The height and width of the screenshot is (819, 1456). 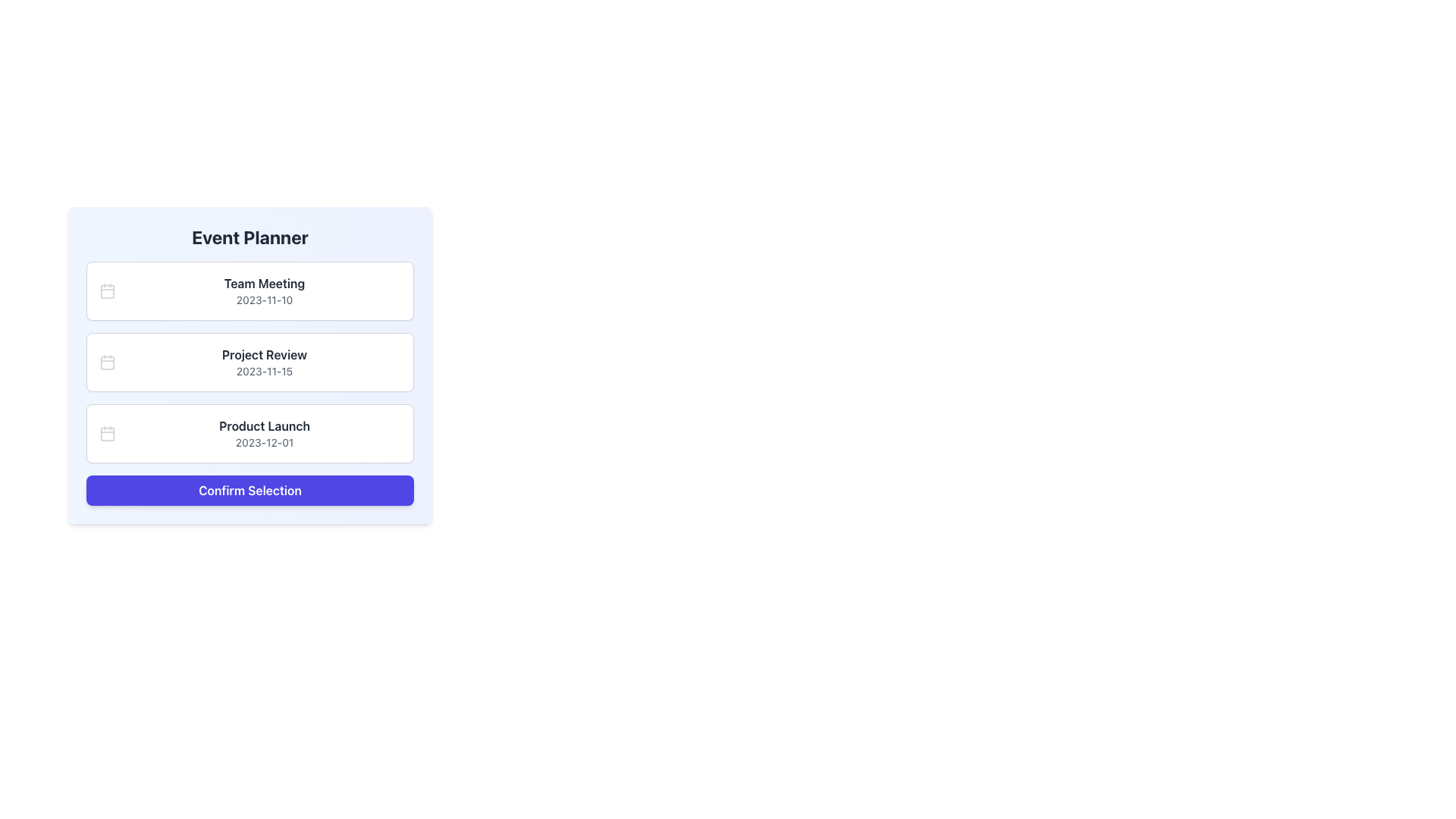 I want to click on date information from the Static Text element located below the 'Team Meeting' title in the first event card of the Event Planner, so click(x=265, y=300).